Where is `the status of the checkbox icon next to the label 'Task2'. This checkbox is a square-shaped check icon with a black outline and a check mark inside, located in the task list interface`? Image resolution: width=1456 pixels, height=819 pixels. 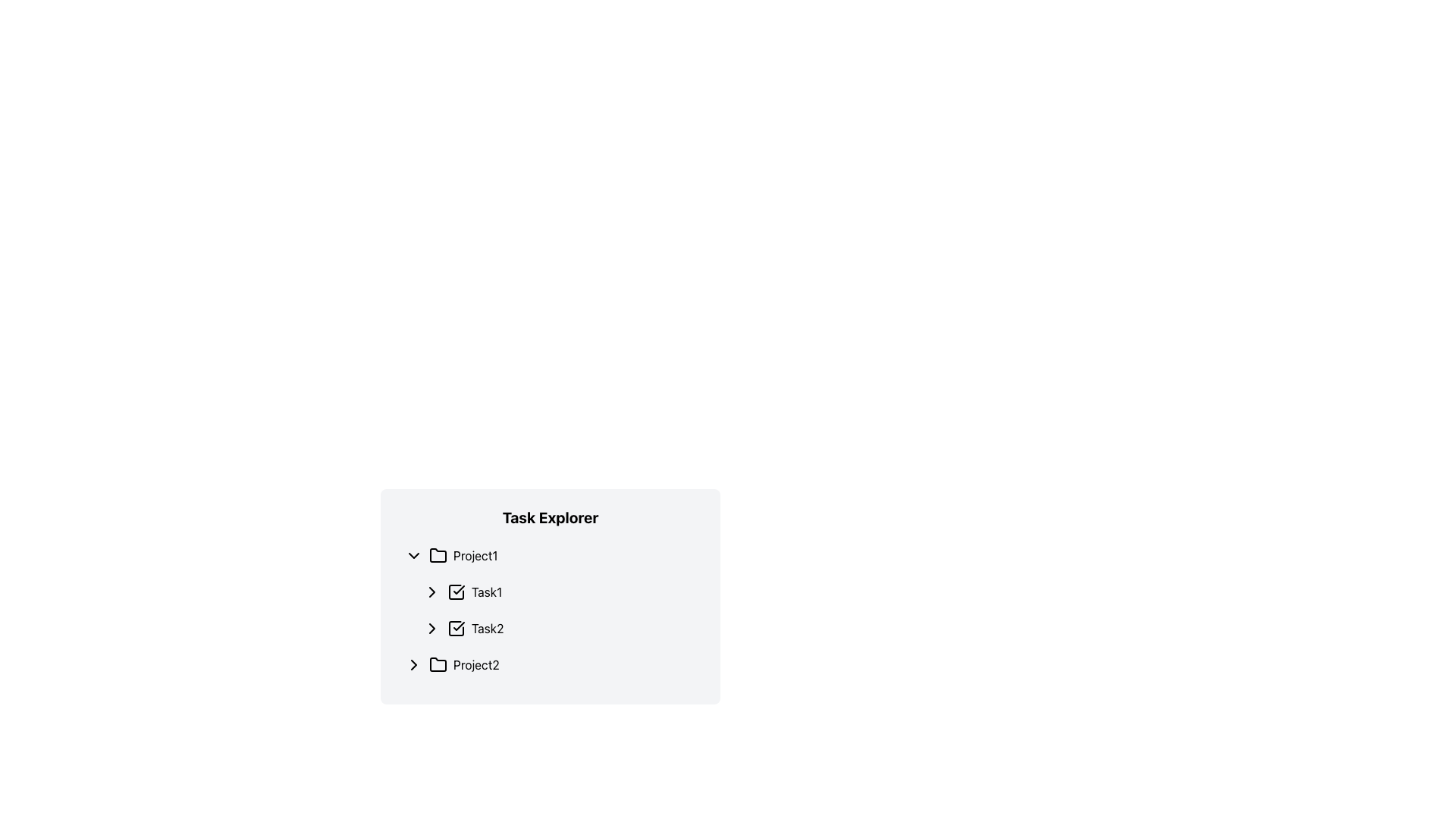
the status of the checkbox icon next to the label 'Task2'. This checkbox is a square-shaped check icon with a black outline and a check mark inside, located in the task list interface is located at coordinates (455, 629).